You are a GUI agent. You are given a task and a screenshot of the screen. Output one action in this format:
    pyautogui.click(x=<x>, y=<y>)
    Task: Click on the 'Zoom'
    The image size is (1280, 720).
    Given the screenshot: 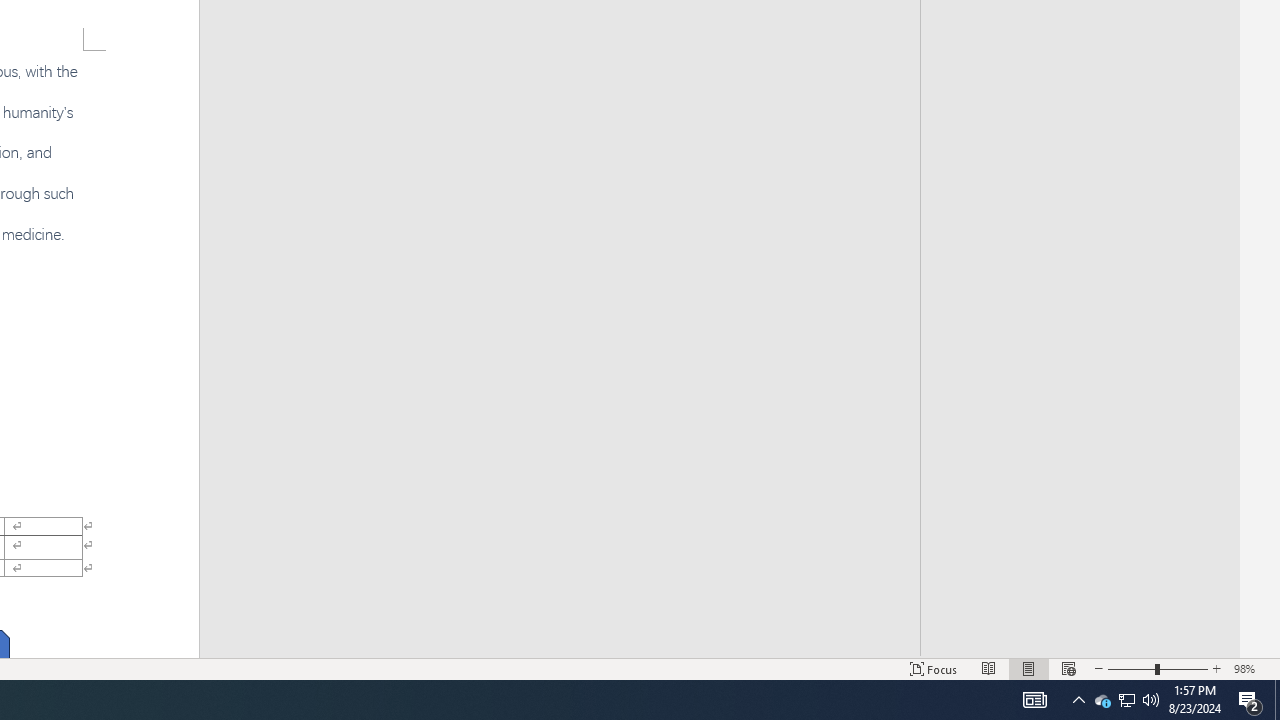 What is the action you would take?
    pyautogui.click(x=1158, y=669)
    